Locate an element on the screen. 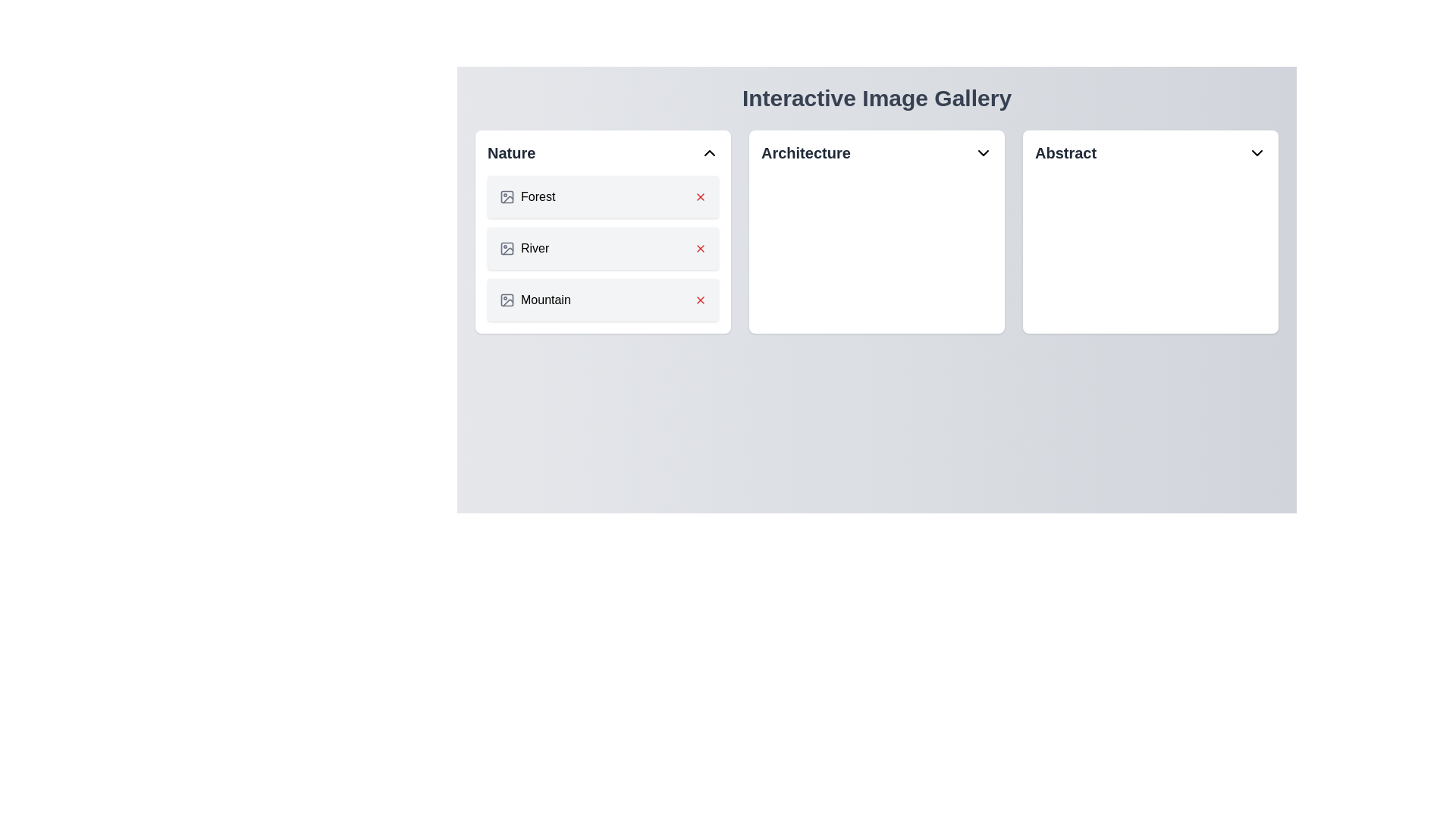 Image resolution: width=1456 pixels, height=819 pixels. the top-left rectangular icon component representing a photo within the 'Mountain' list item in the 'Nature' category of the interactive image gallery is located at coordinates (507, 300).